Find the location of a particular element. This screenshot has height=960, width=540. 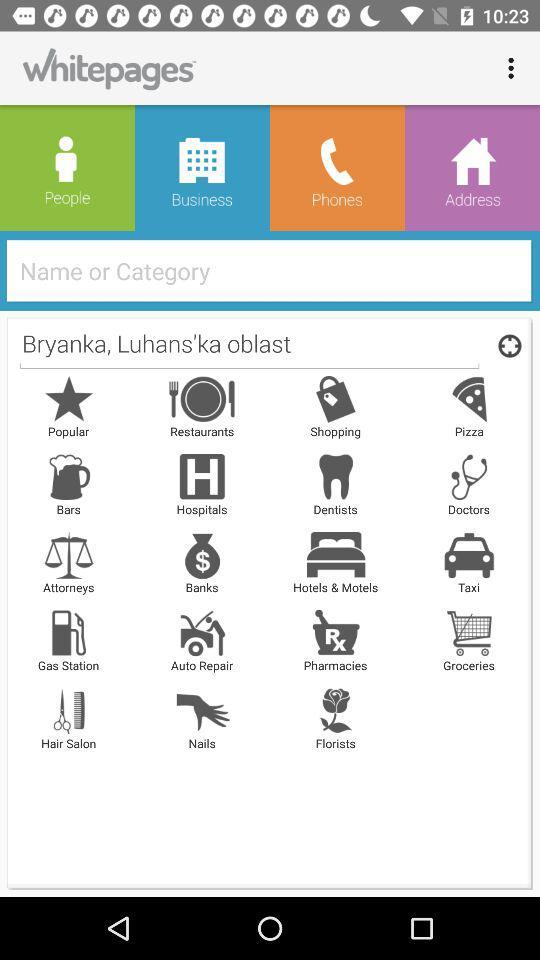

icon above the bryanka luhans ka icon is located at coordinates (275, 269).